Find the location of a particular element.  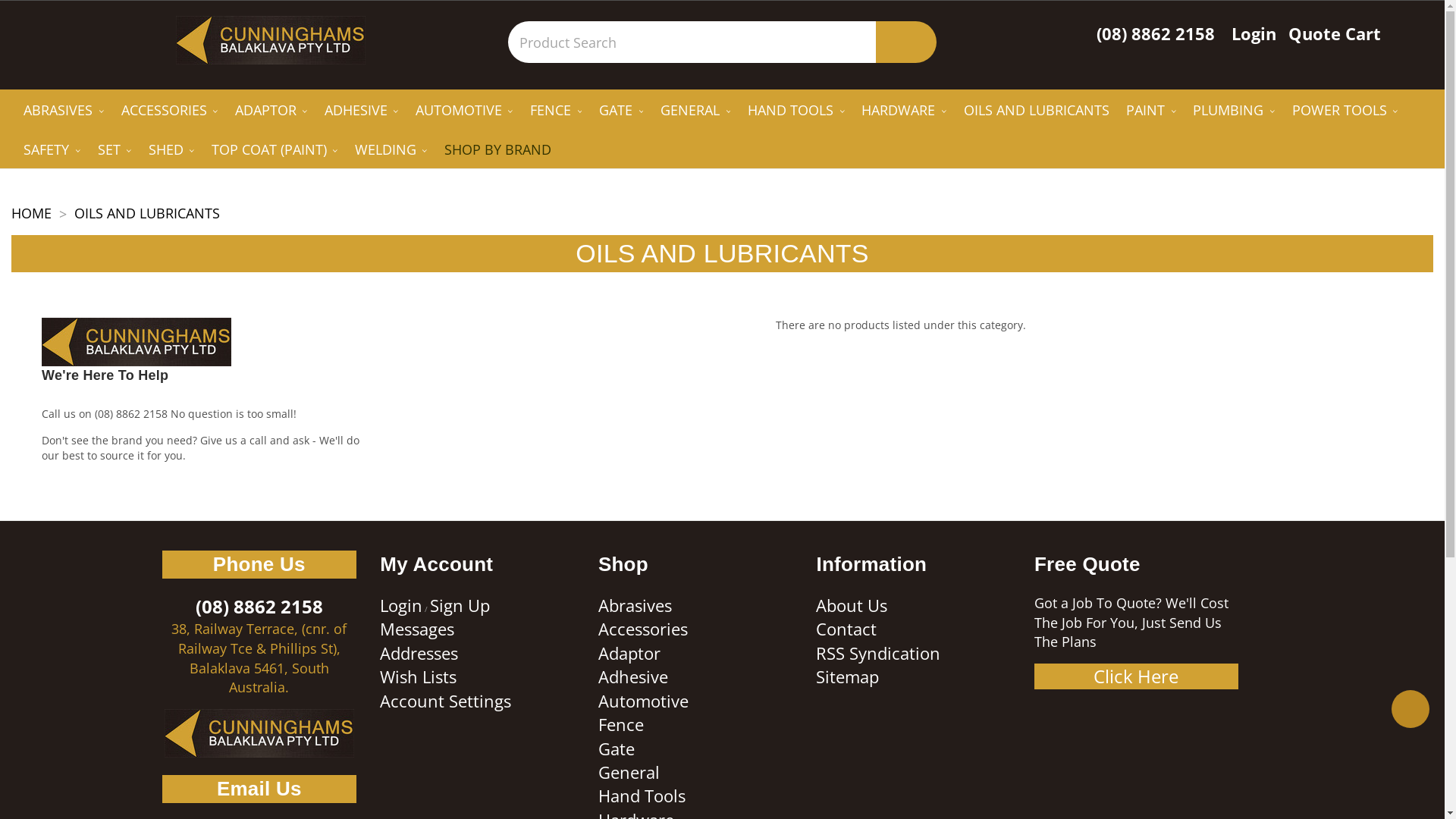

'About Us' is located at coordinates (814, 604).